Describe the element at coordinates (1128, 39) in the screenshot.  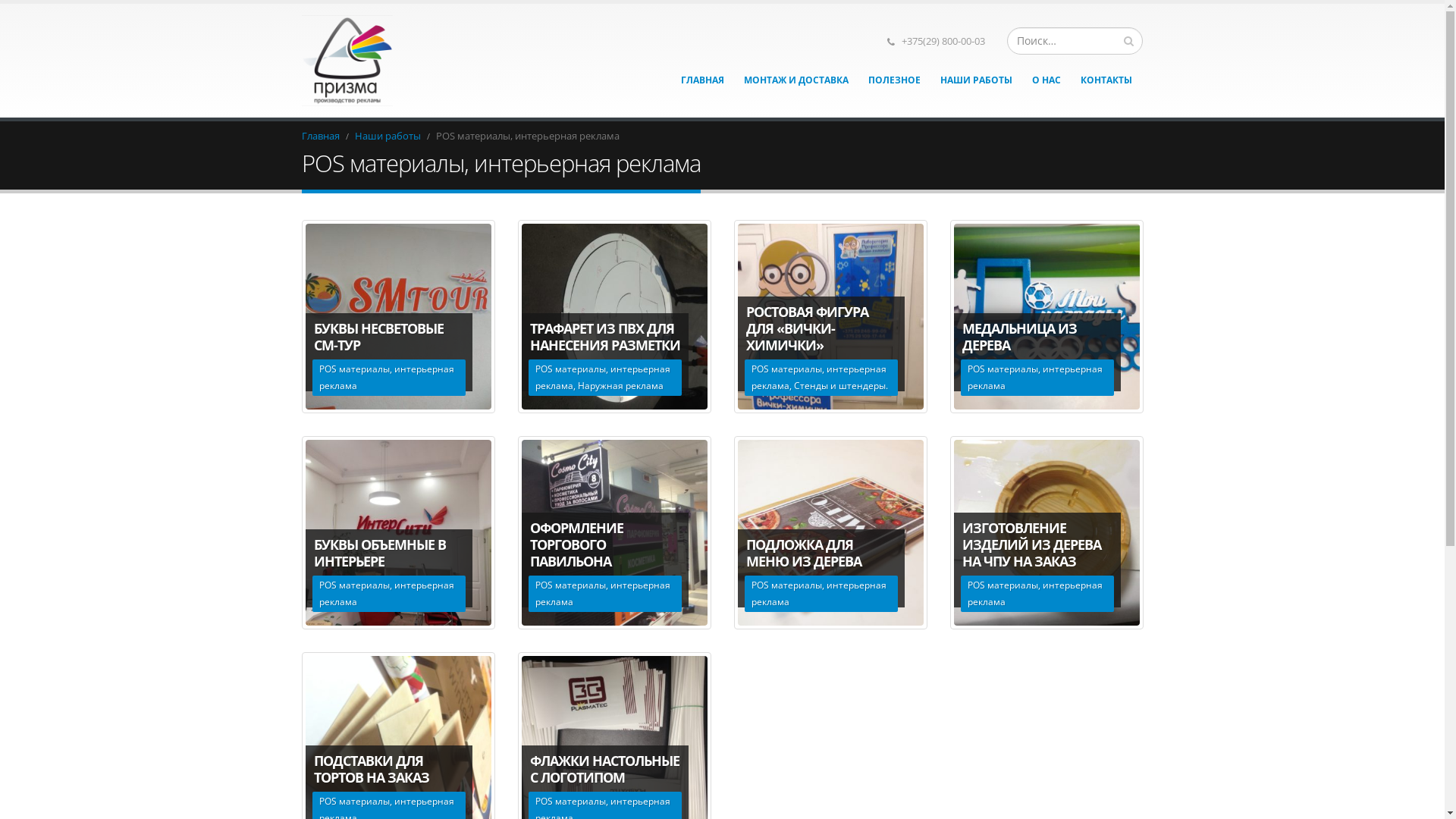
I see `'Search'` at that location.